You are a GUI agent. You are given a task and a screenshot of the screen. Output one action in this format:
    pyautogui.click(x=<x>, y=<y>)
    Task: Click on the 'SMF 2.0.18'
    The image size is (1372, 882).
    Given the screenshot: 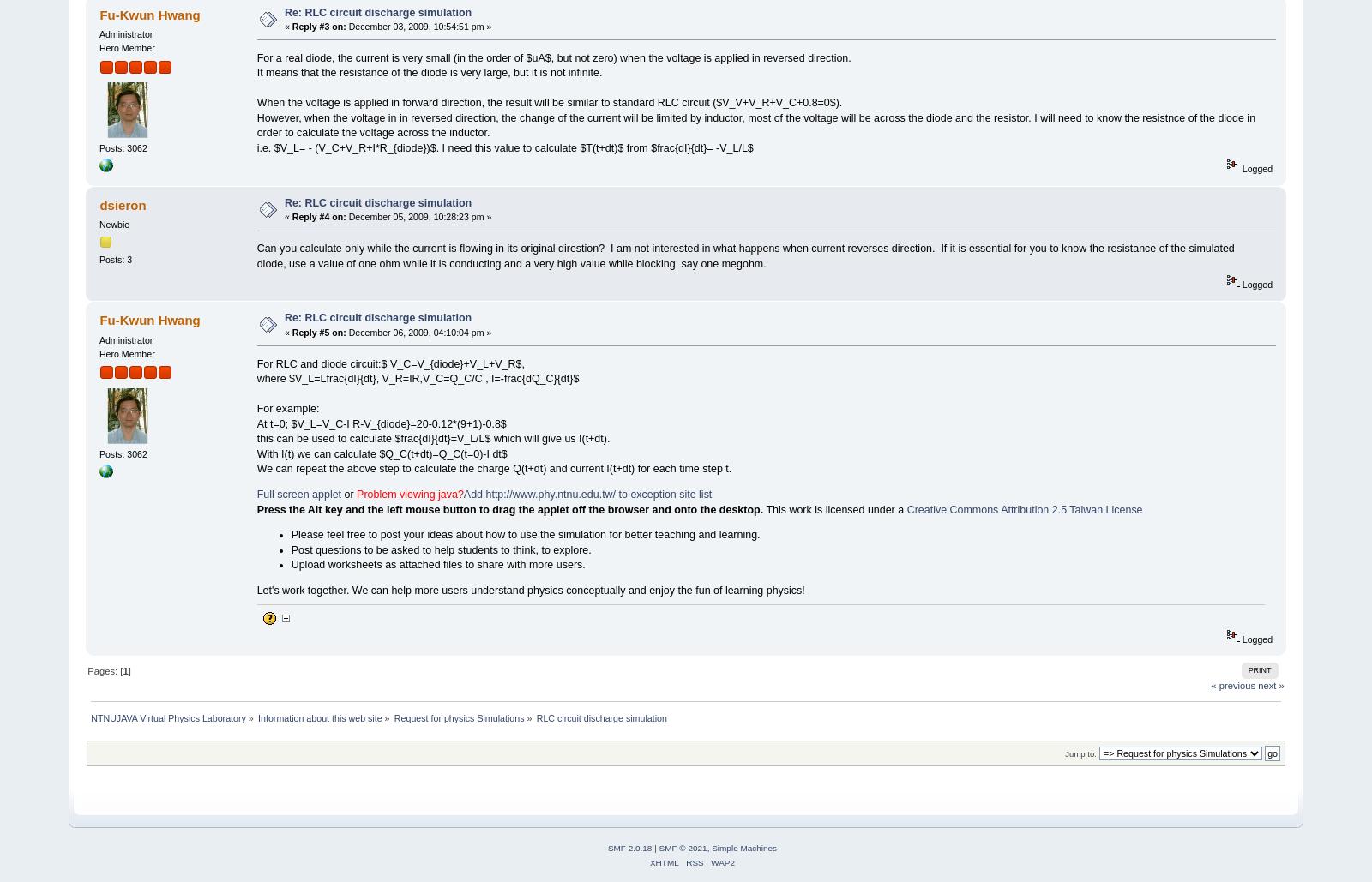 What is the action you would take?
    pyautogui.click(x=629, y=846)
    